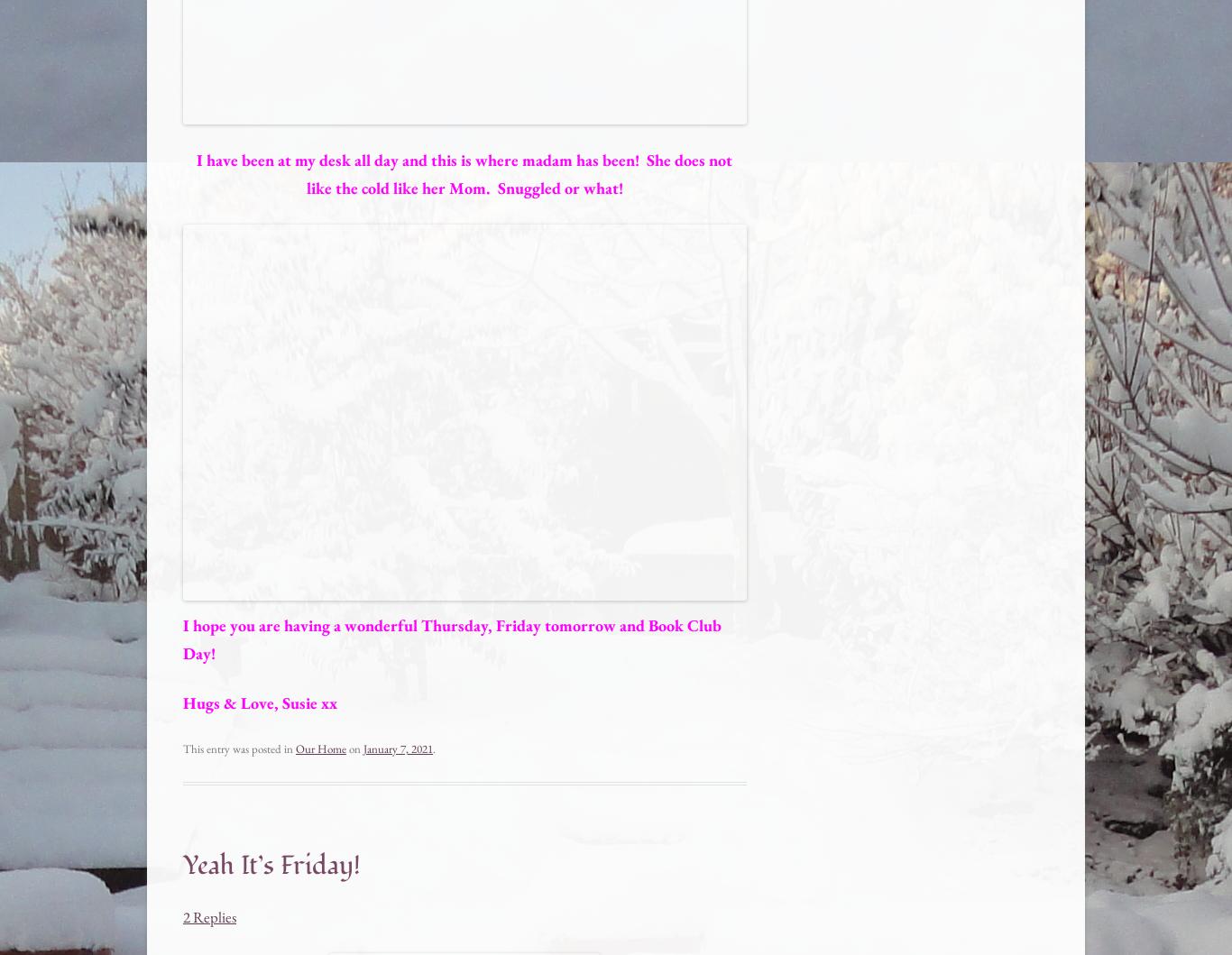 The height and width of the screenshot is (955, 1232). Describe the element at coordinates (452, 638) in the screenshot. I see `'I hope you are having a wonderful Thursday, Friday tomorrow and Book Club Day!'` at that location.